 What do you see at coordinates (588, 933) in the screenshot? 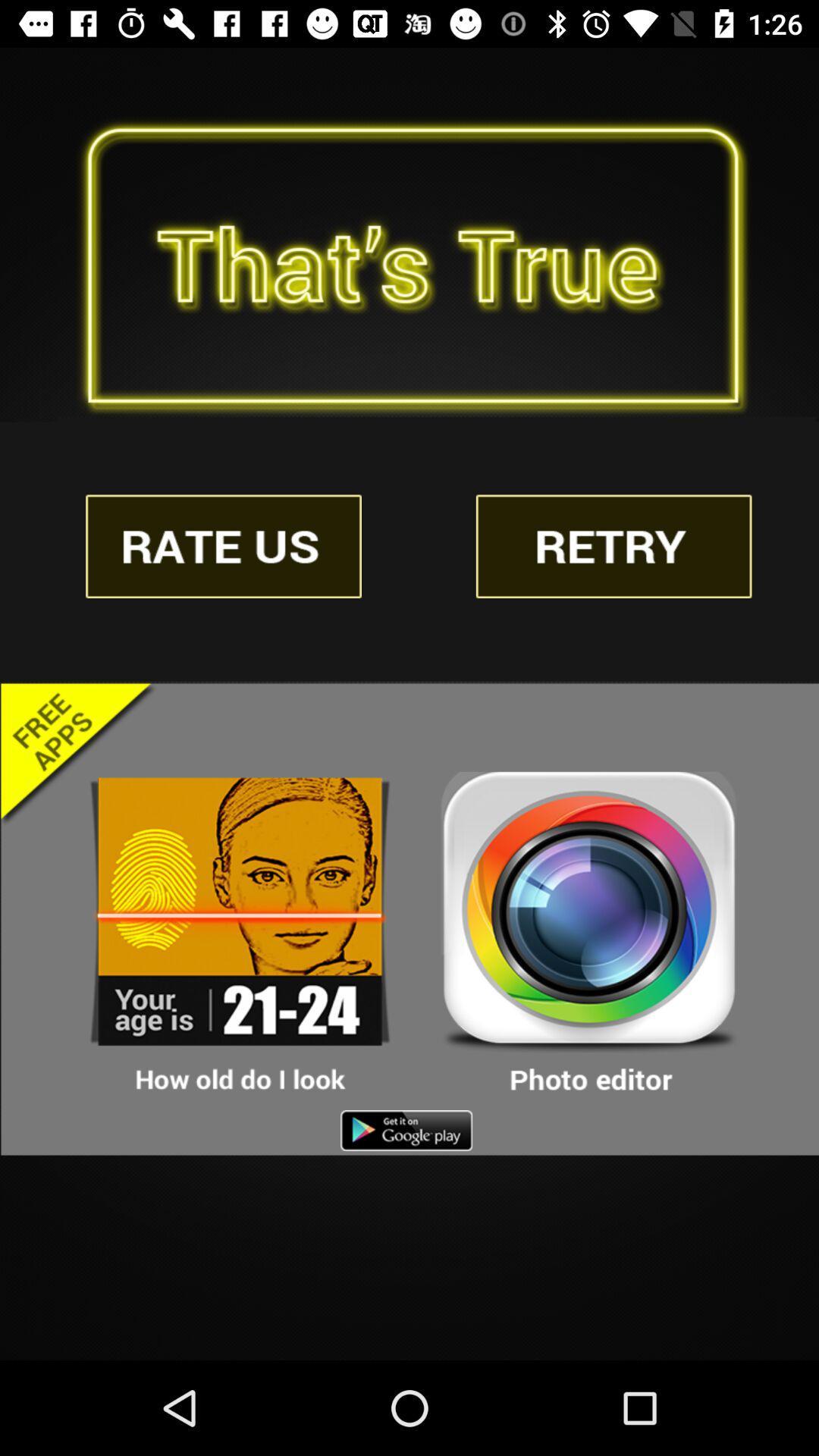
I see `photo editor option` at bounding box center [588, 933].